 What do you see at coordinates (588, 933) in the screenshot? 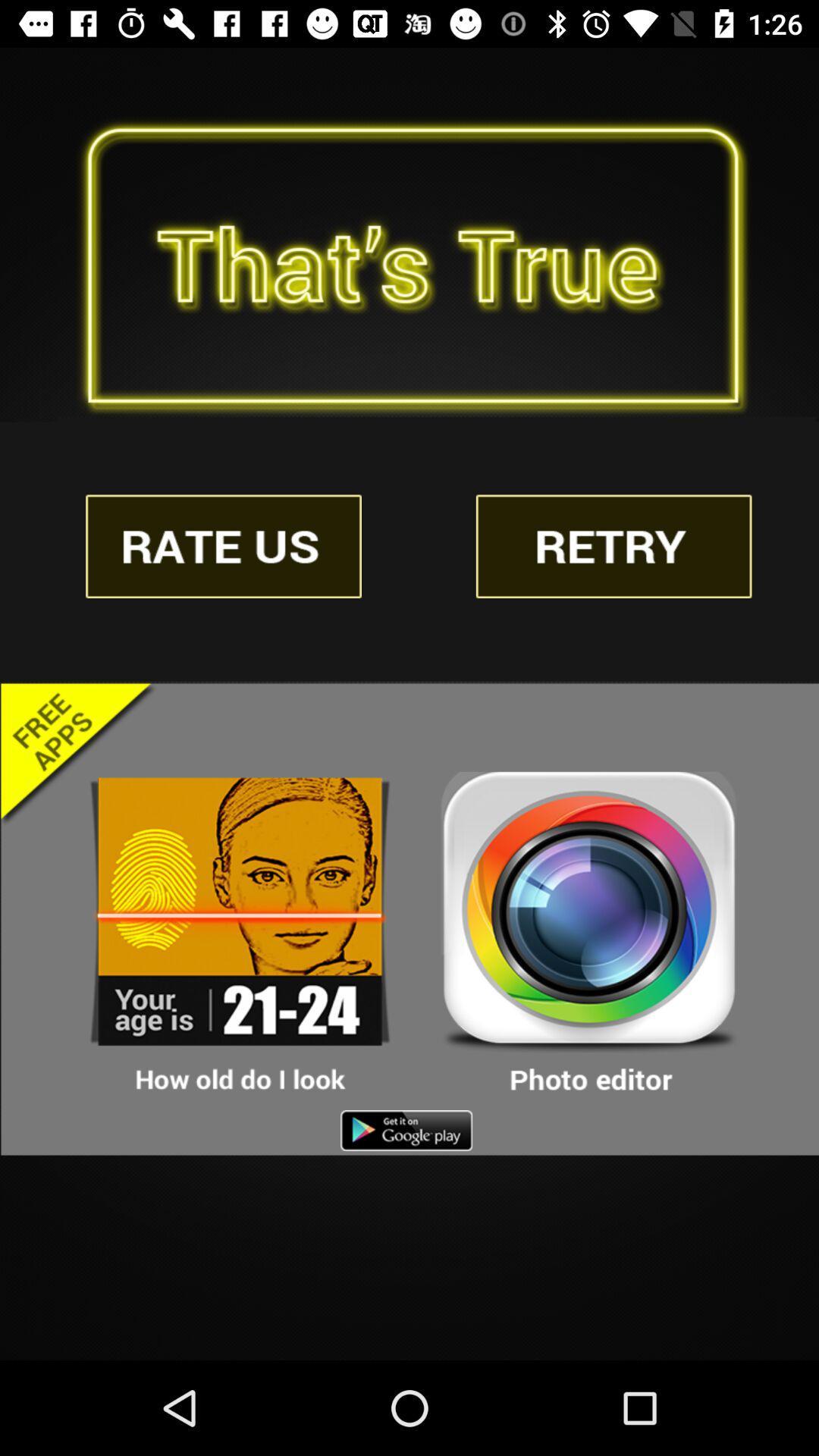
I see `photo editor option` at bounding box center [588, 933].